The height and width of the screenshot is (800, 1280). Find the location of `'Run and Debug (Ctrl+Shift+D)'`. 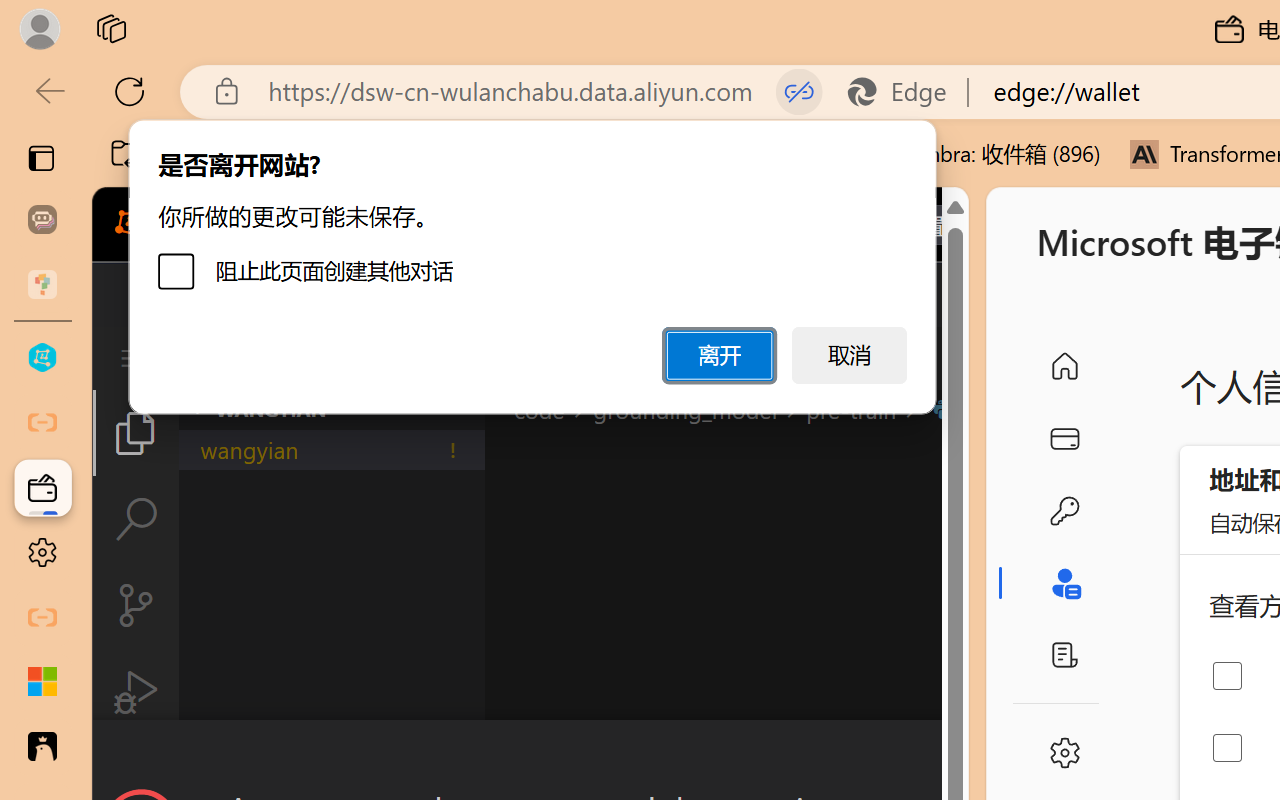

'Run and Debug (Ctrl+Shift+D)' is located at coordinates (134, 692).